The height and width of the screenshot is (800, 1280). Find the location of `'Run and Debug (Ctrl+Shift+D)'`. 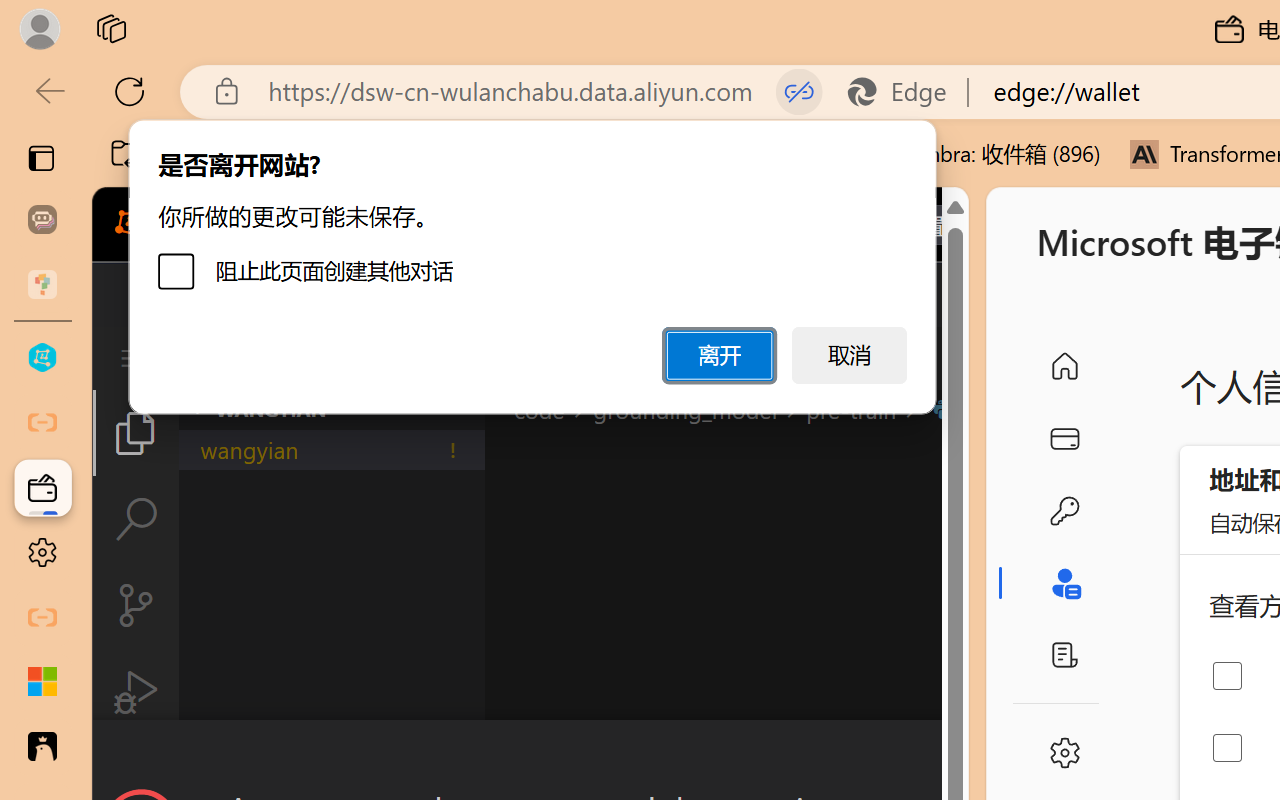

'Run and Debug (Ctrl+Shift+D)' is located at coordinates (134, 692).